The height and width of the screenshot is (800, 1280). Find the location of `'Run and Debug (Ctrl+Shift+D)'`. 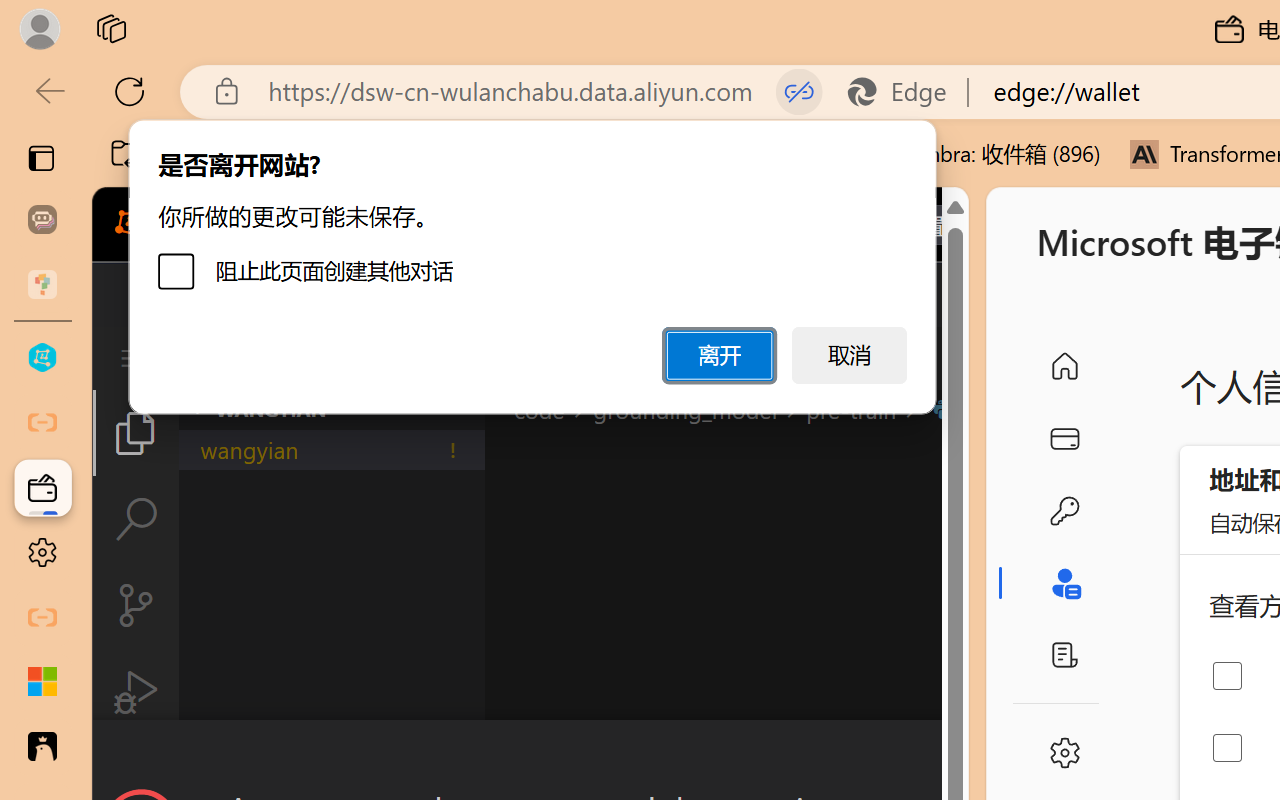

'Run and Debug (Ctrl+Shift+D)' is located at coordinates (134, 692).